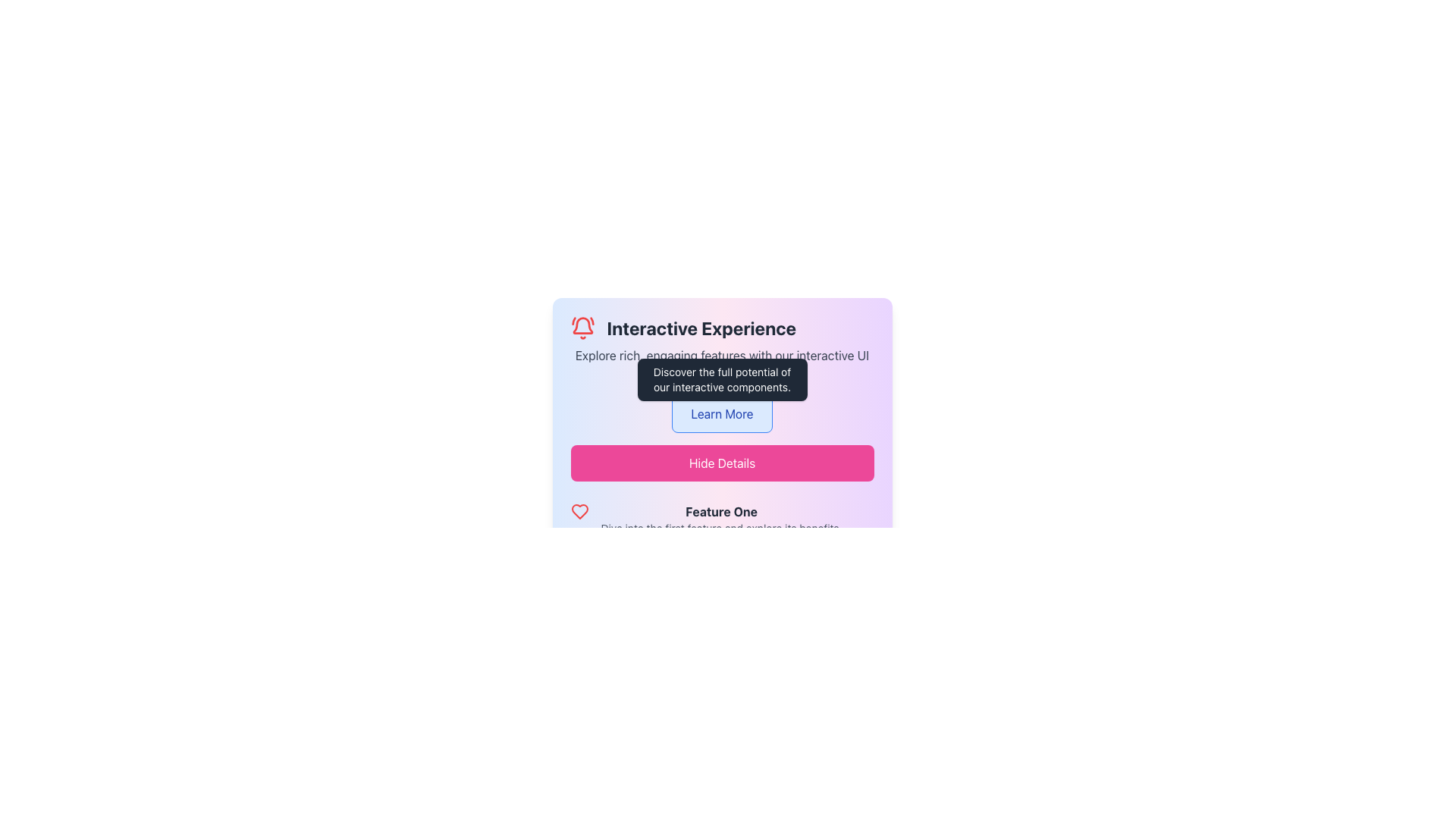 This screenshot has width=1456, height=819. What do you see at coordinates (720, 512) in the screenshot?
I see `the Text label which serves as a title for the feature description to trigger any associated tooltips` at bounding box center [720, 512].